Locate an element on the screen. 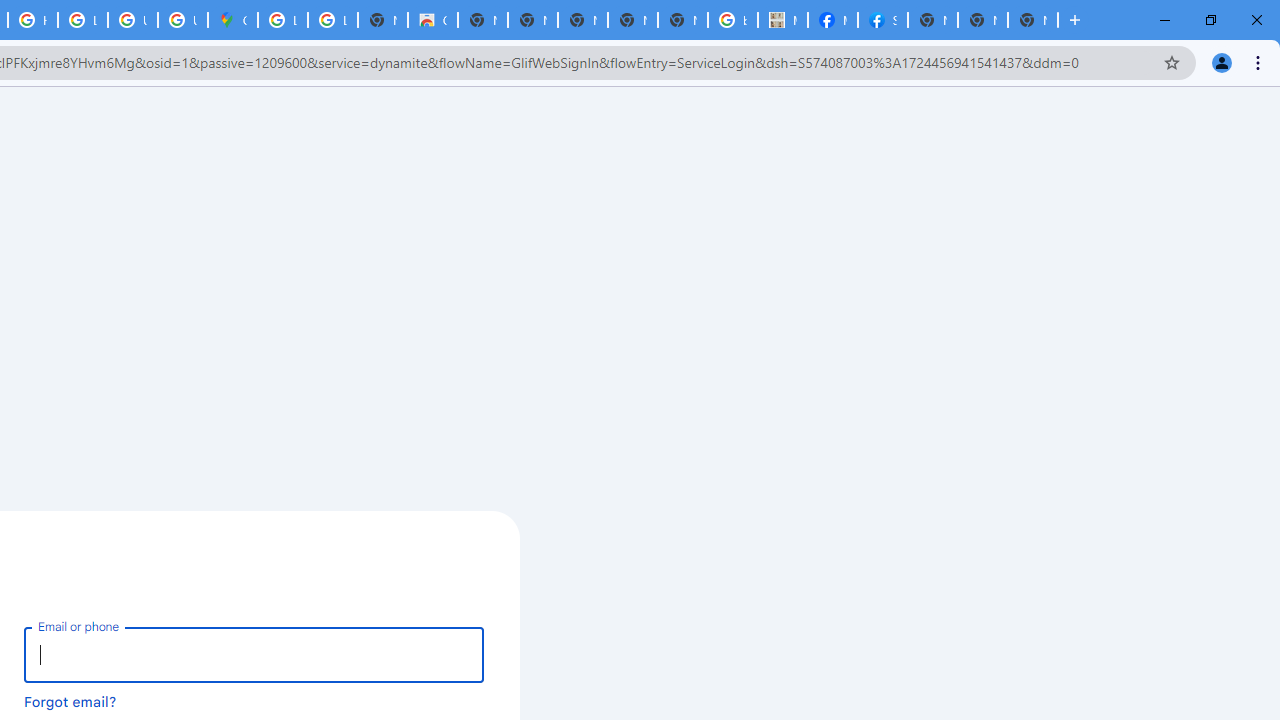  'Forgot email?' is located at coordinates (70, 700).